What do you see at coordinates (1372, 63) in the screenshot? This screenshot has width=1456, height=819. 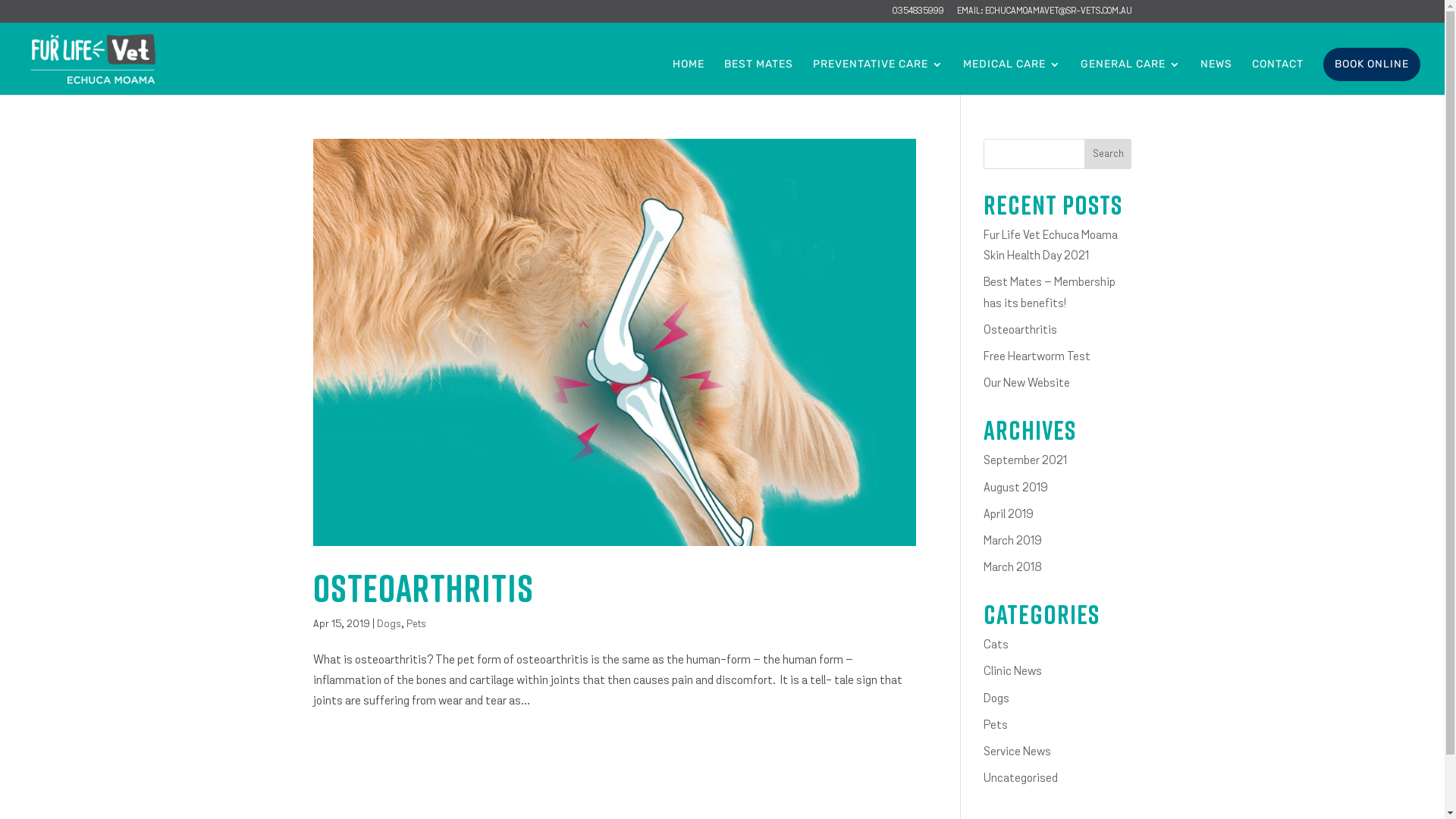 I see `'BOOK ONLINE'` at bounding box center [1372, 63].